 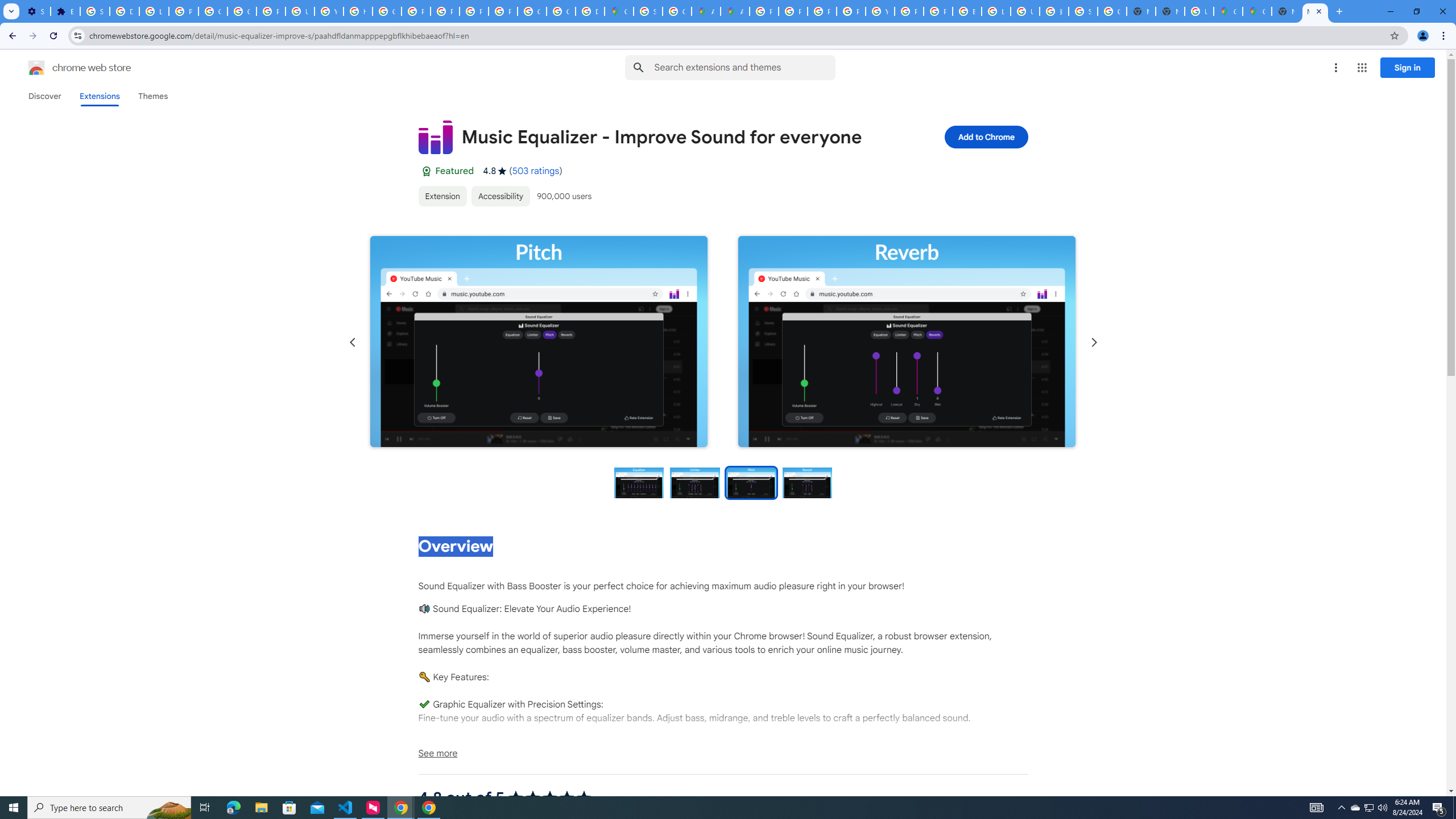 What do you see at coordinates (638, 482) in the screenshot?
I see `'Preview slide 1'` at bounding box center [638, 482].